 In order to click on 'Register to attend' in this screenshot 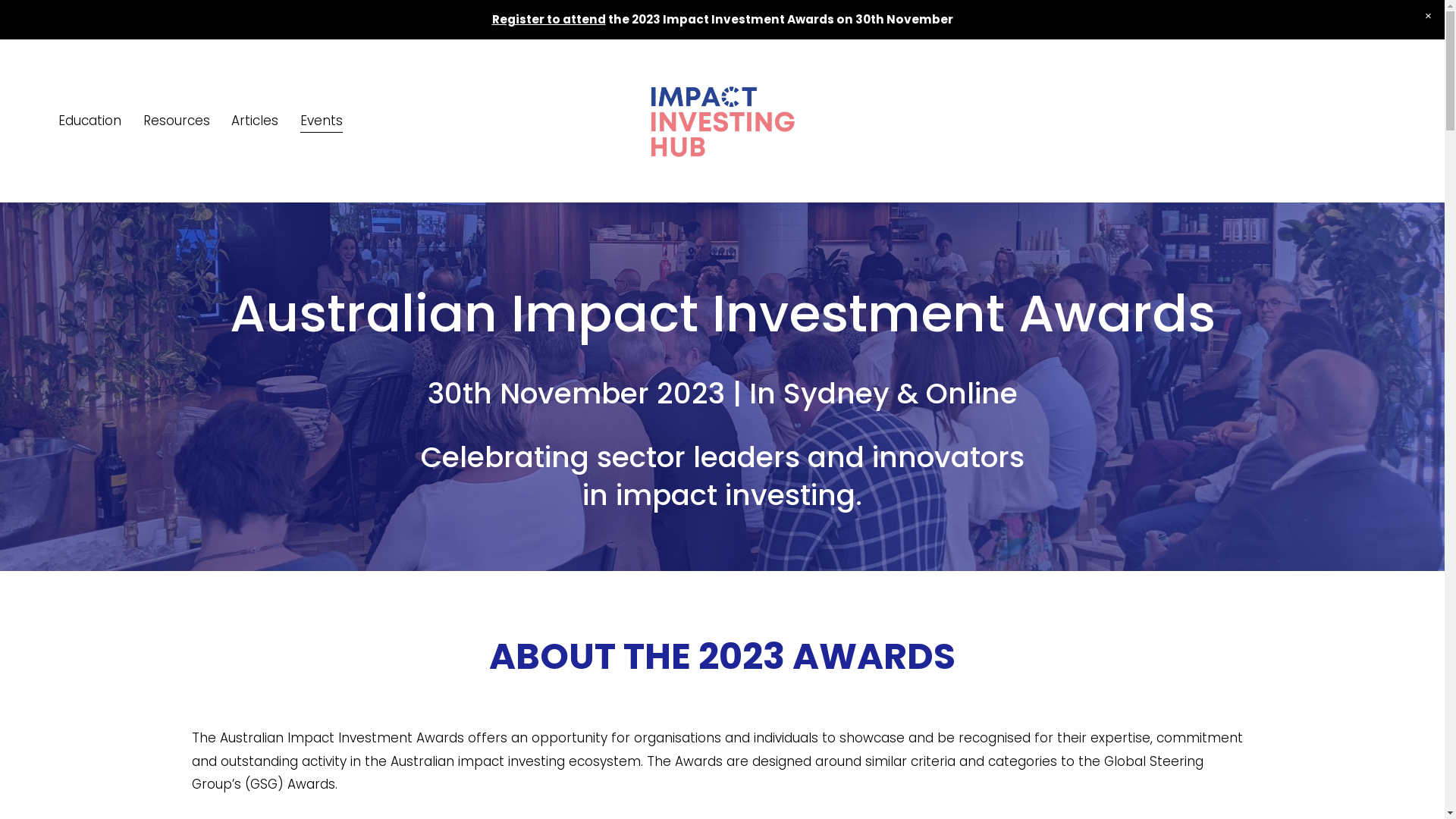, I will do `click(548, 19)`.